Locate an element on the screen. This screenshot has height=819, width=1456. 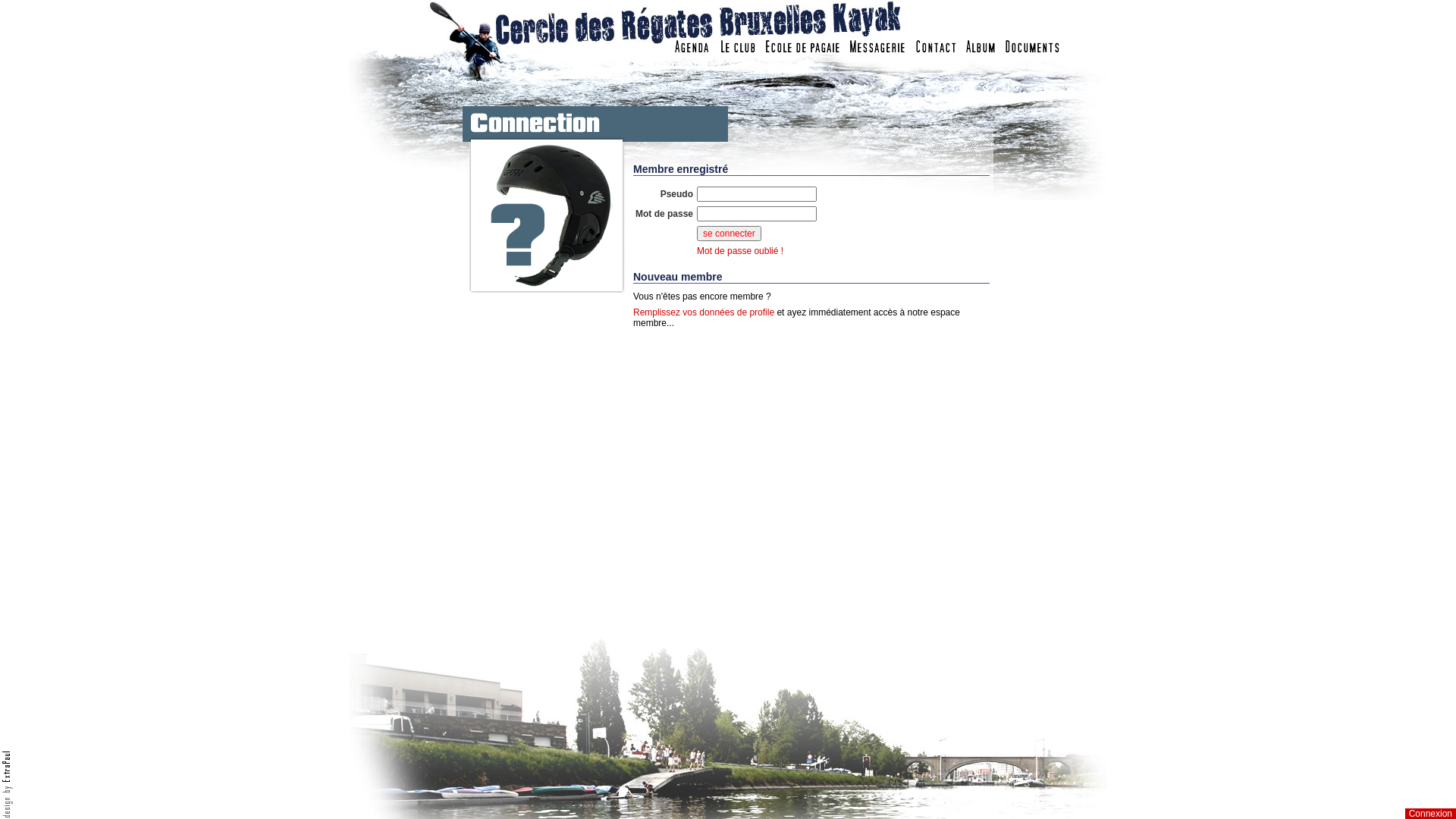
'se connecter' is located at coordinates (729, 234).